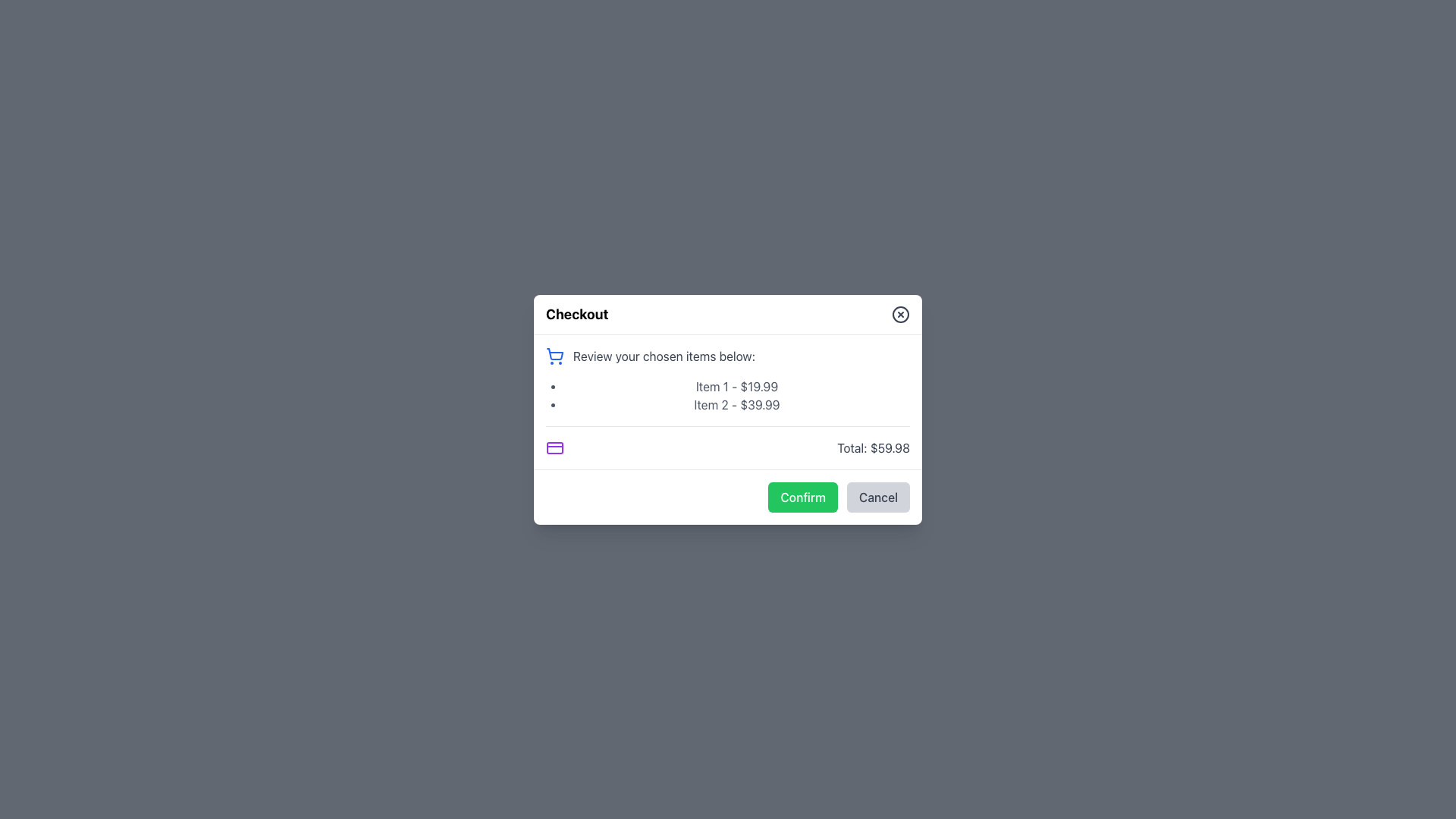 The image size is (1456, 819). Describe the element at coordinates (554, 353) in the screenshot. I see `the main body of the shopping cart icon located inside the 'Checkout' dialog box, adjacent to the text 'Review your chosen items below'` at that location.